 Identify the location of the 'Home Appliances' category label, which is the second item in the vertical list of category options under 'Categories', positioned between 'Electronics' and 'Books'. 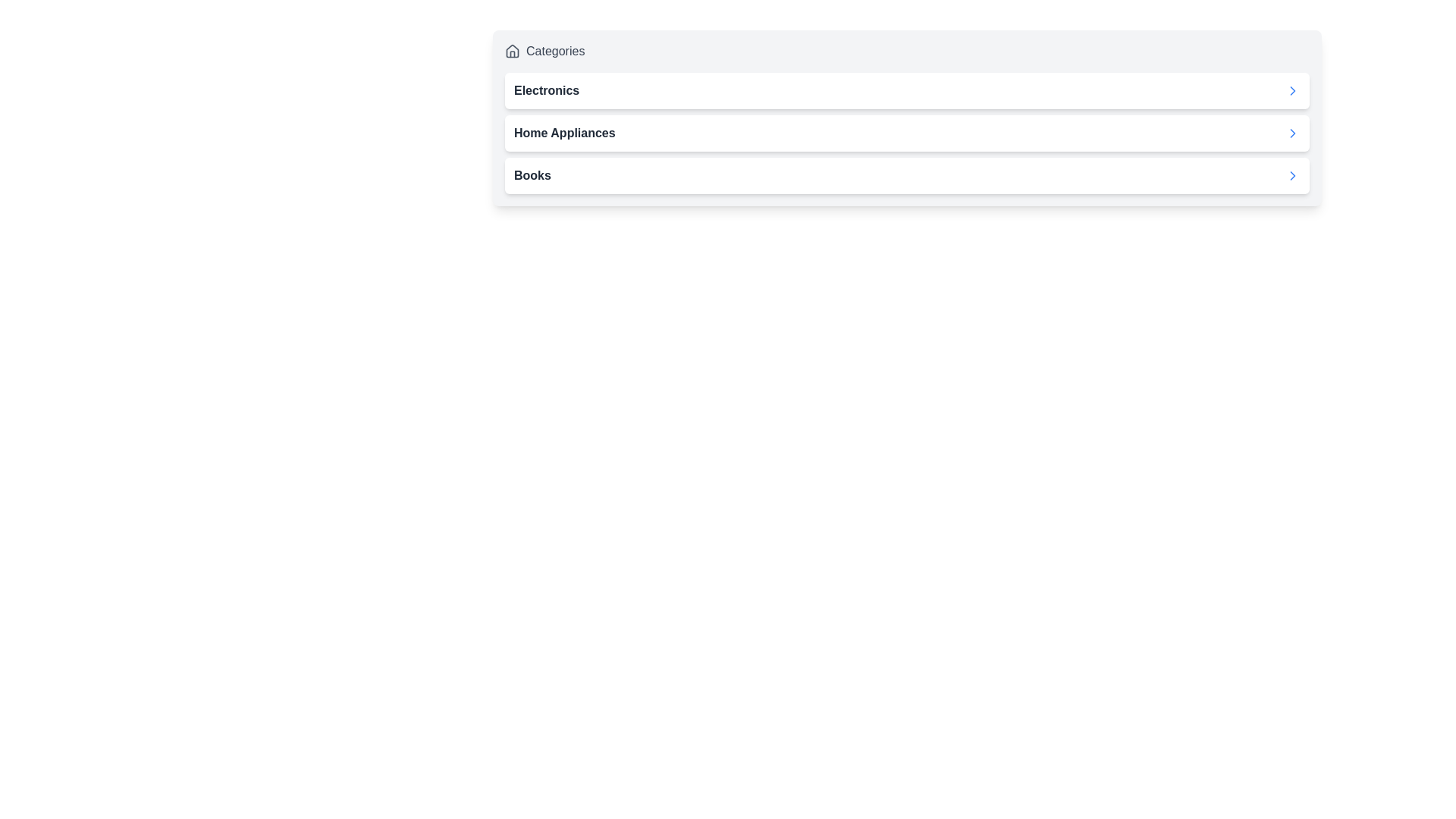
(563, 133).